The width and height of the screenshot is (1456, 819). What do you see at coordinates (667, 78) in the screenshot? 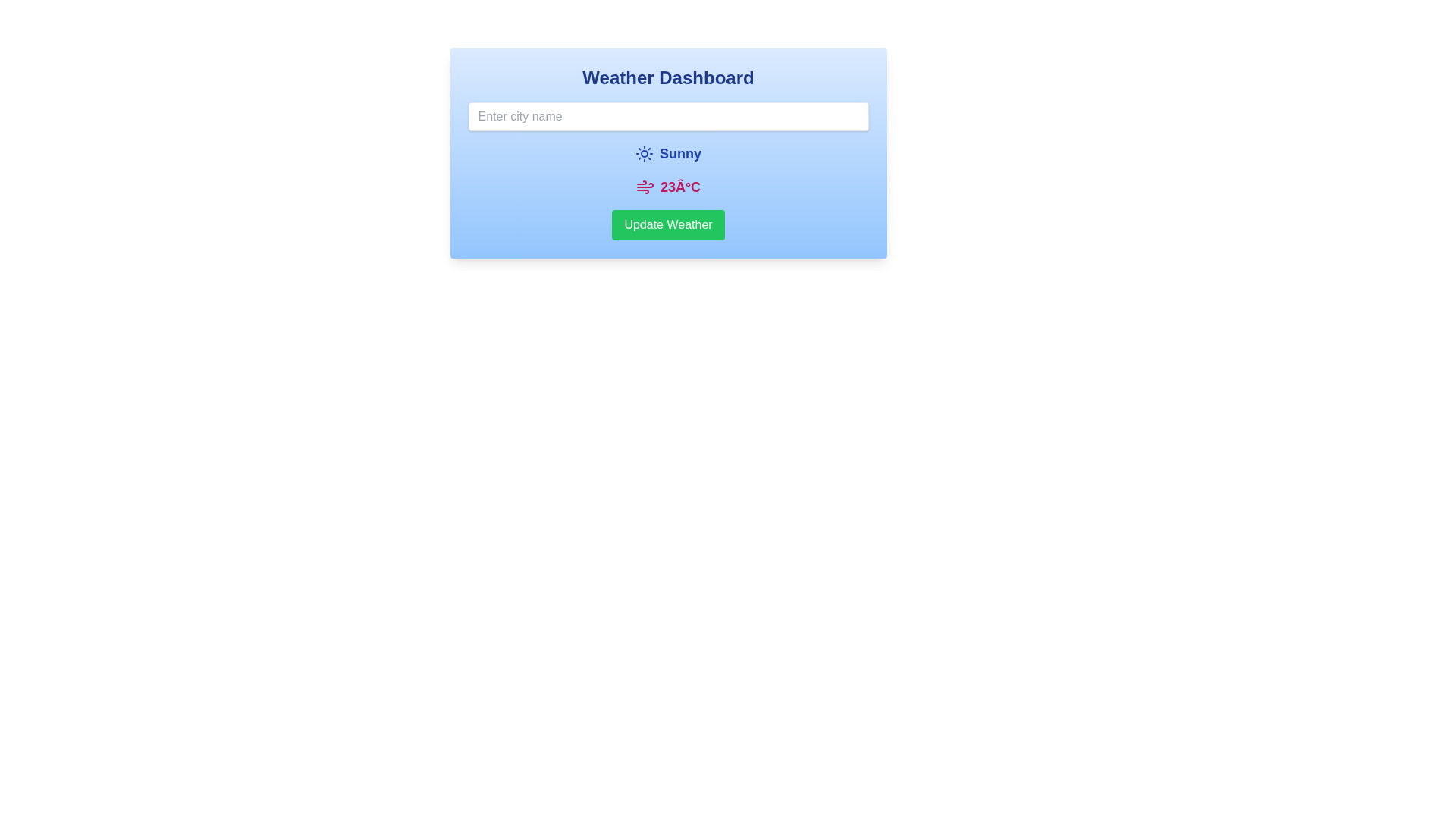
I see `the bold header text reading 'Weather Dashboard', which is styled in dark blue and centered at the top of the weather-themed card` at bounding box center [667, 78].